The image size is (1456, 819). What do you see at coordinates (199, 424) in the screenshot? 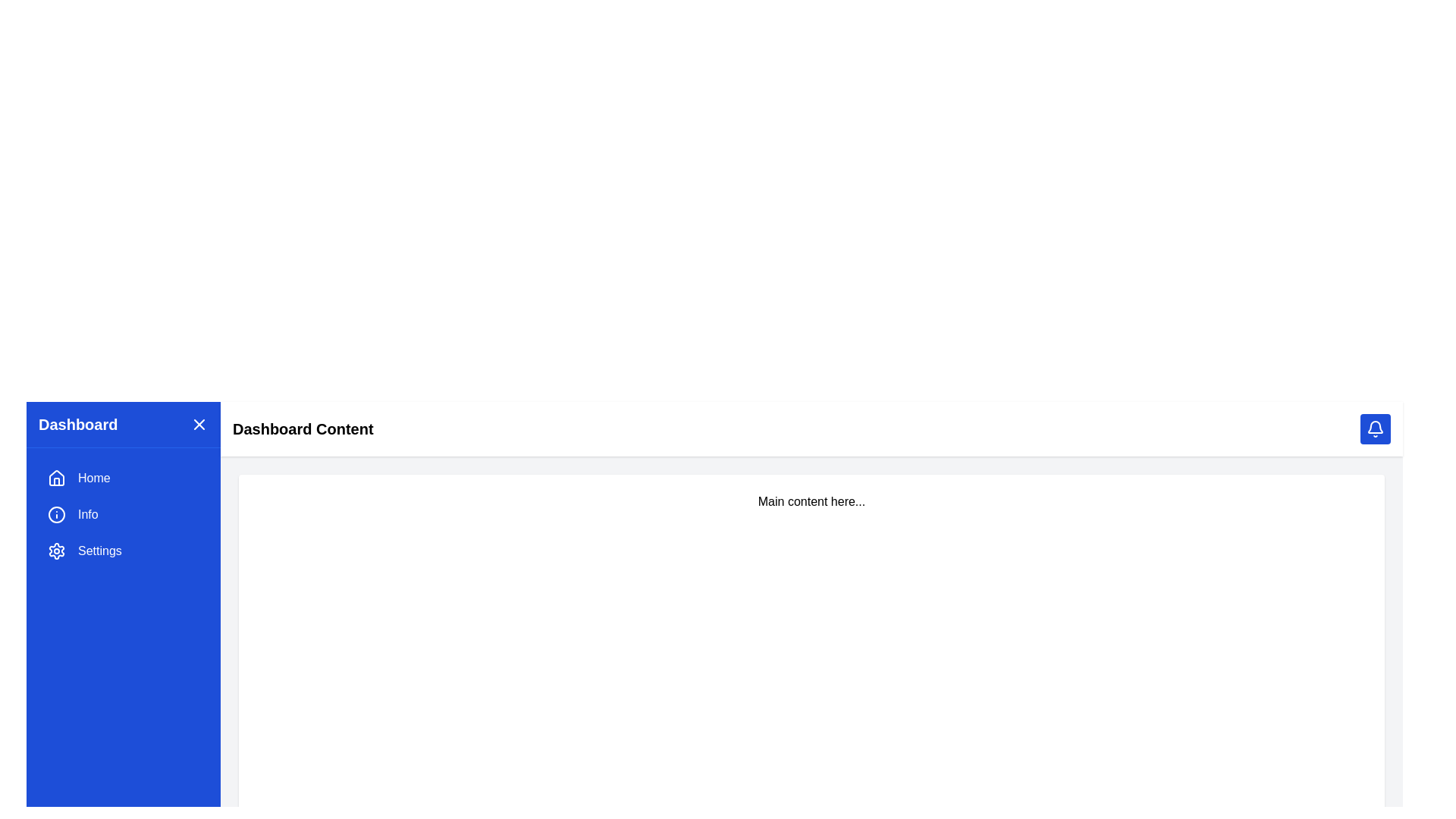
I see `the button positioned to the right of the 'Dashboard' text in the top-right corner of the blue sidebar header` at bounding box center [199, 424].